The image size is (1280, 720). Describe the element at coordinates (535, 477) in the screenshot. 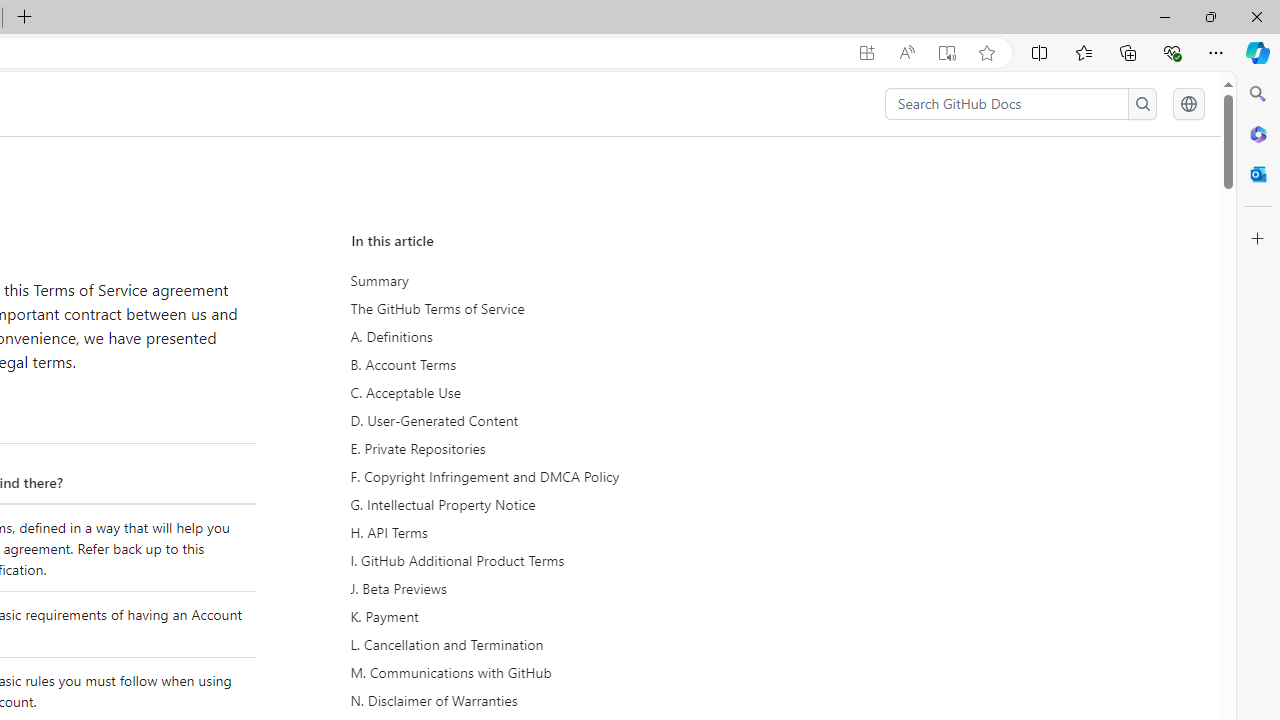

I see `'F. Copyright Infringement and DMCA Policy'` at that location.